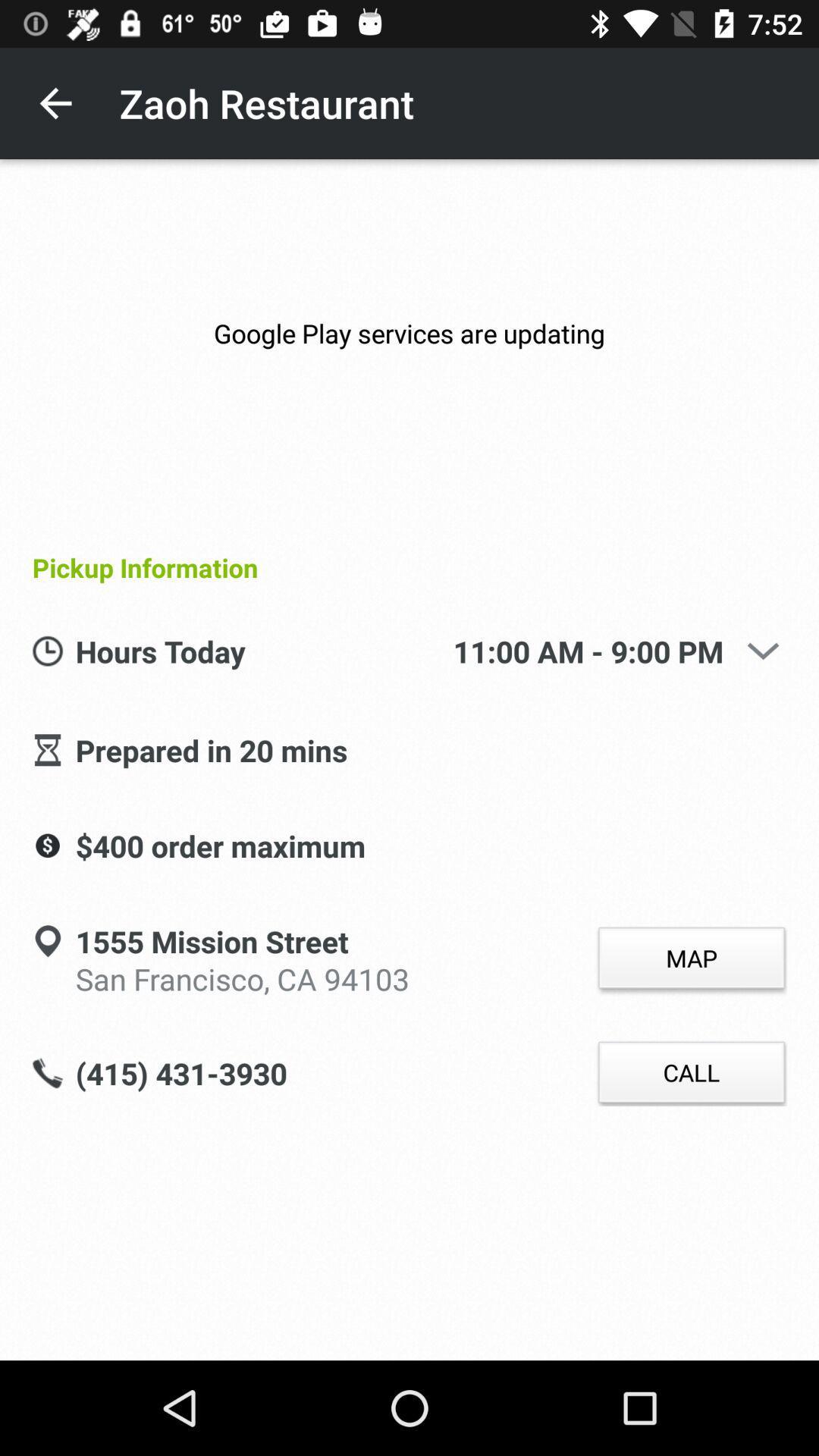  What do you see at coordinates (409, 332) in the screenshot?
I see `item above the pickup information` at bounding box center [409, 332].